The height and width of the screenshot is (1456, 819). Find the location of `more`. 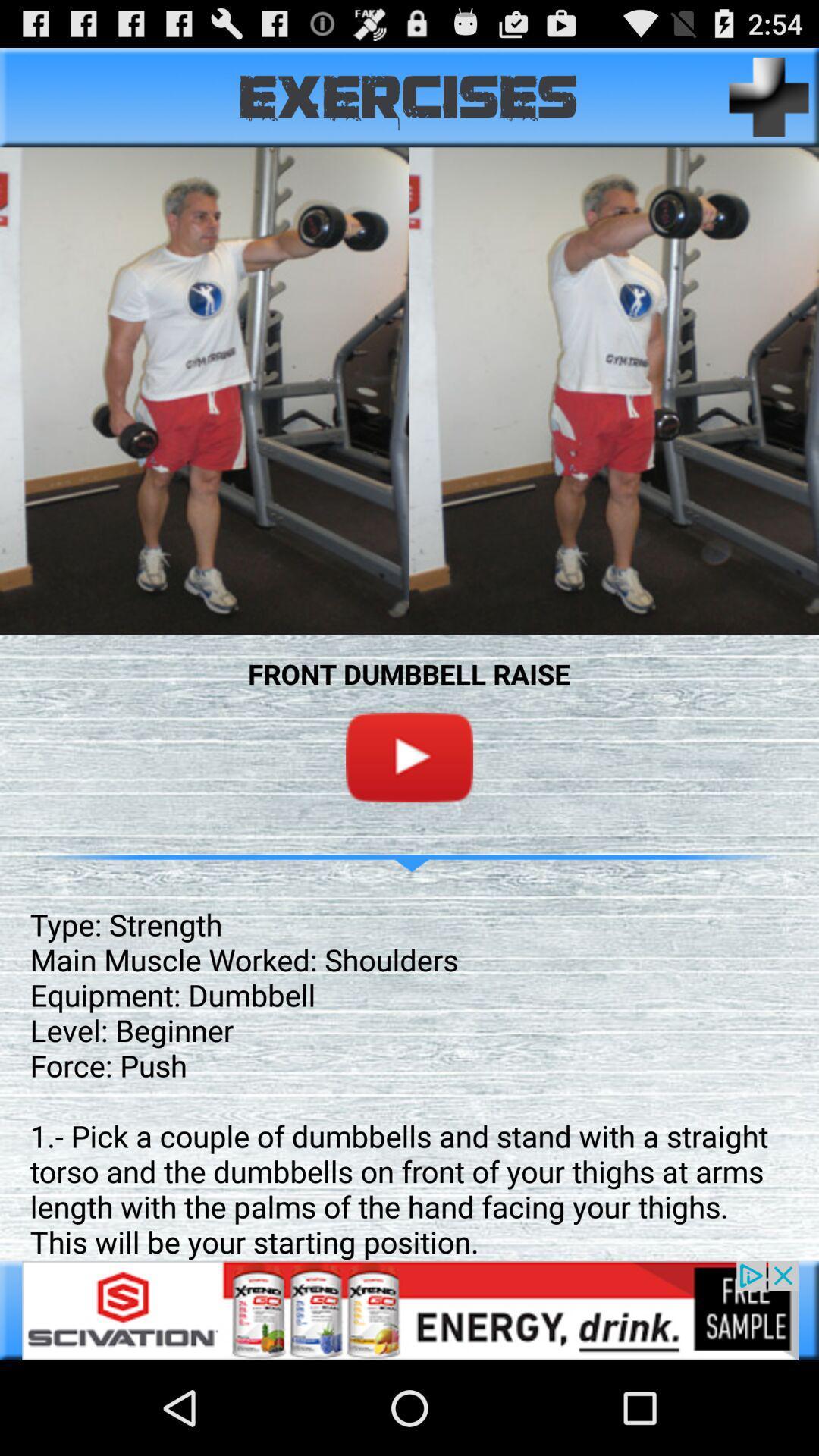

more is located at coordinates (769, 96).